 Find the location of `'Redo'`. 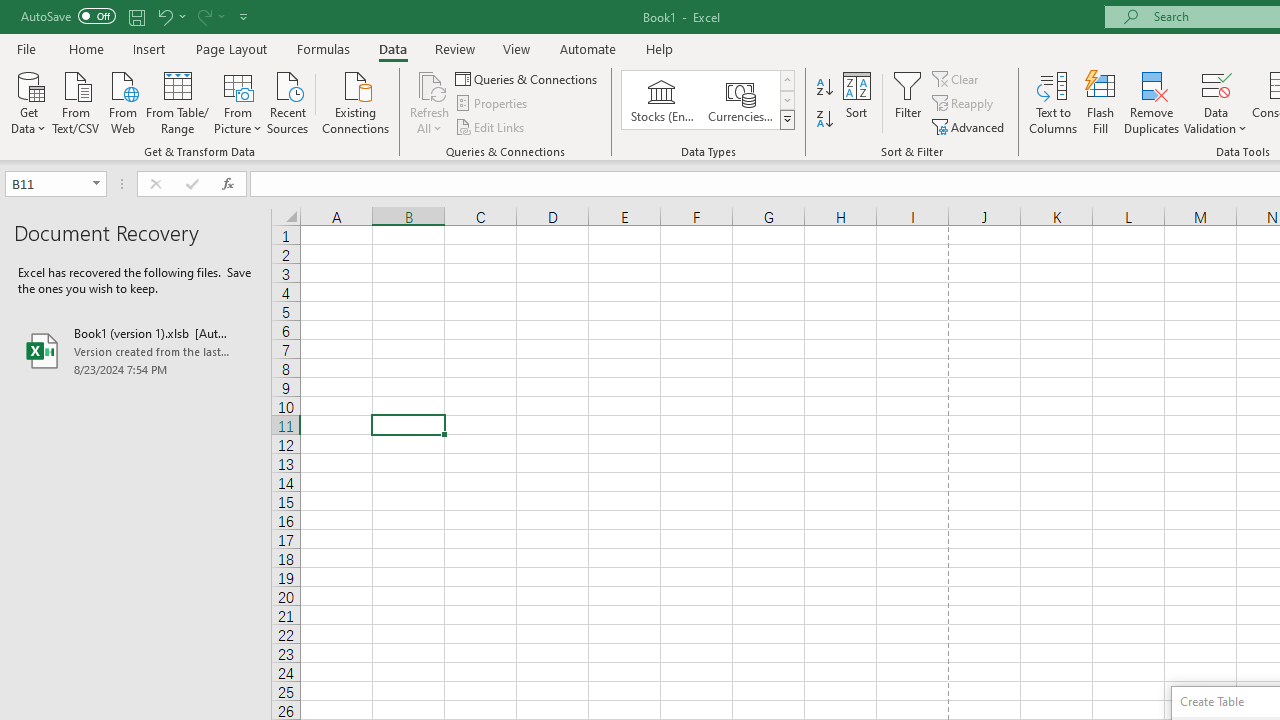

'Redo' is located at coordinates (209, 16).